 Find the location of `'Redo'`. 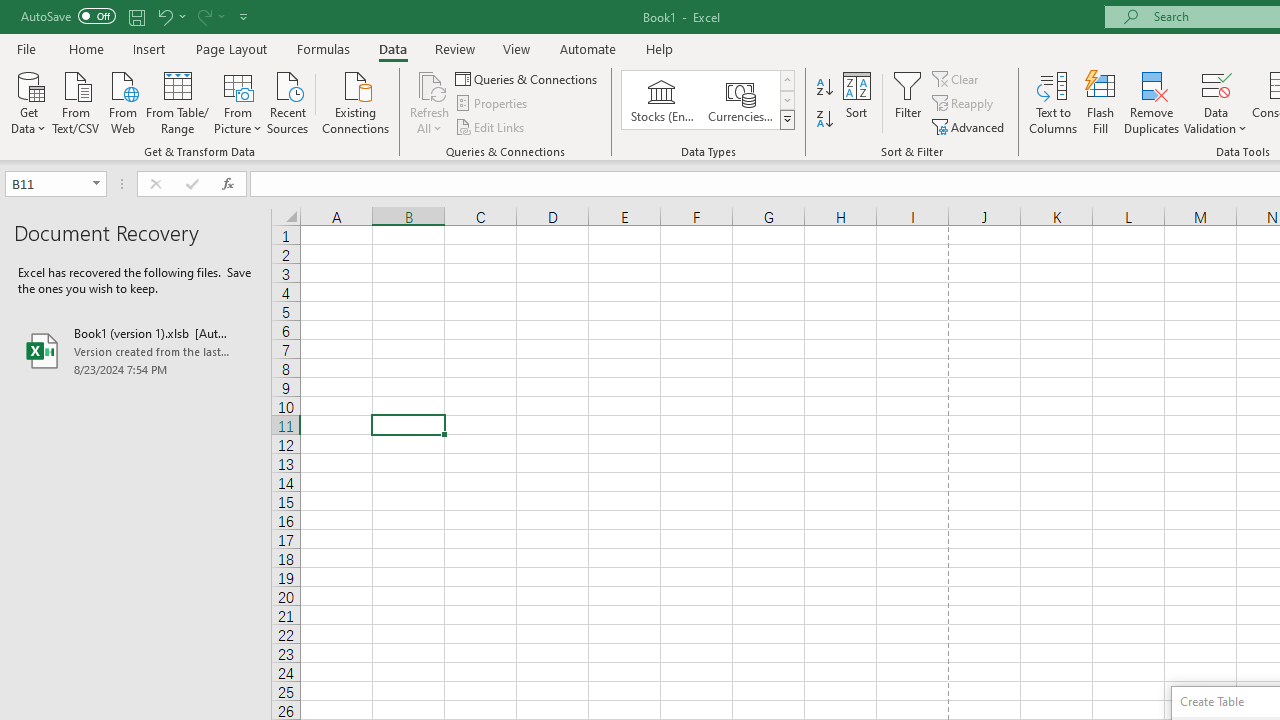

'Redo' is located at coordinates (209, 16).